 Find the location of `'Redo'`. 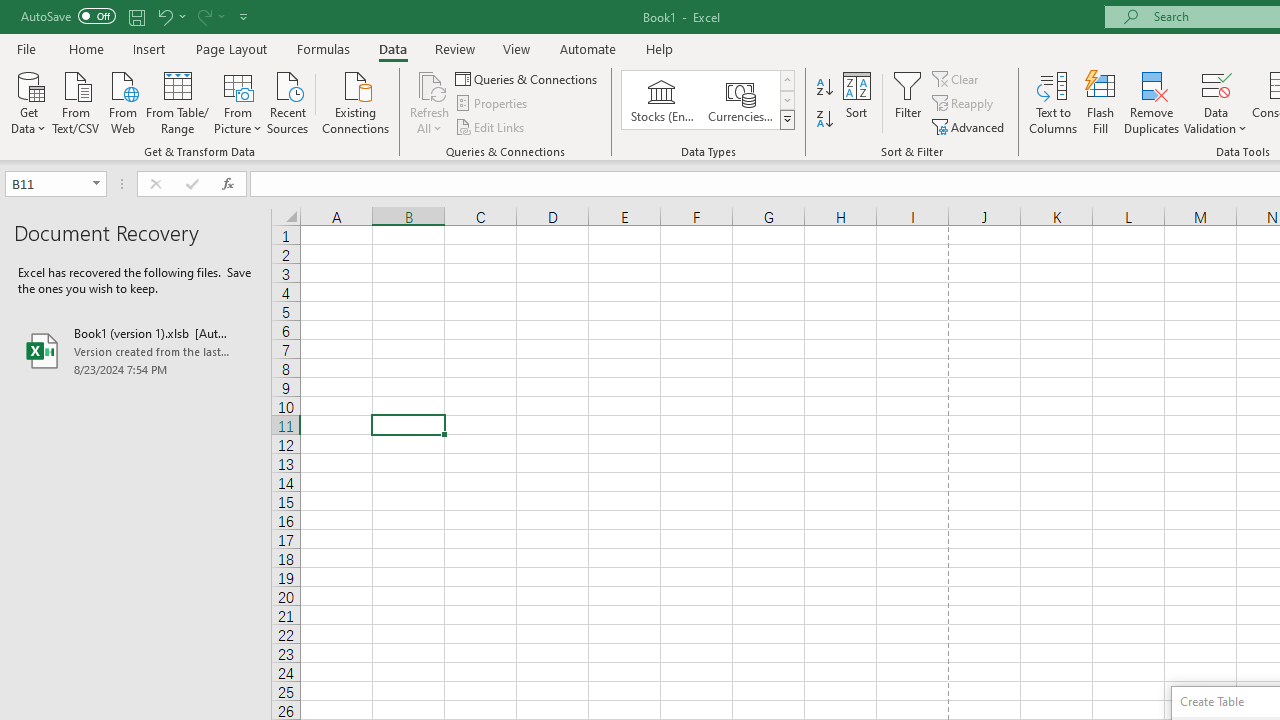

'Redo' is located at coordinates (209, 16).